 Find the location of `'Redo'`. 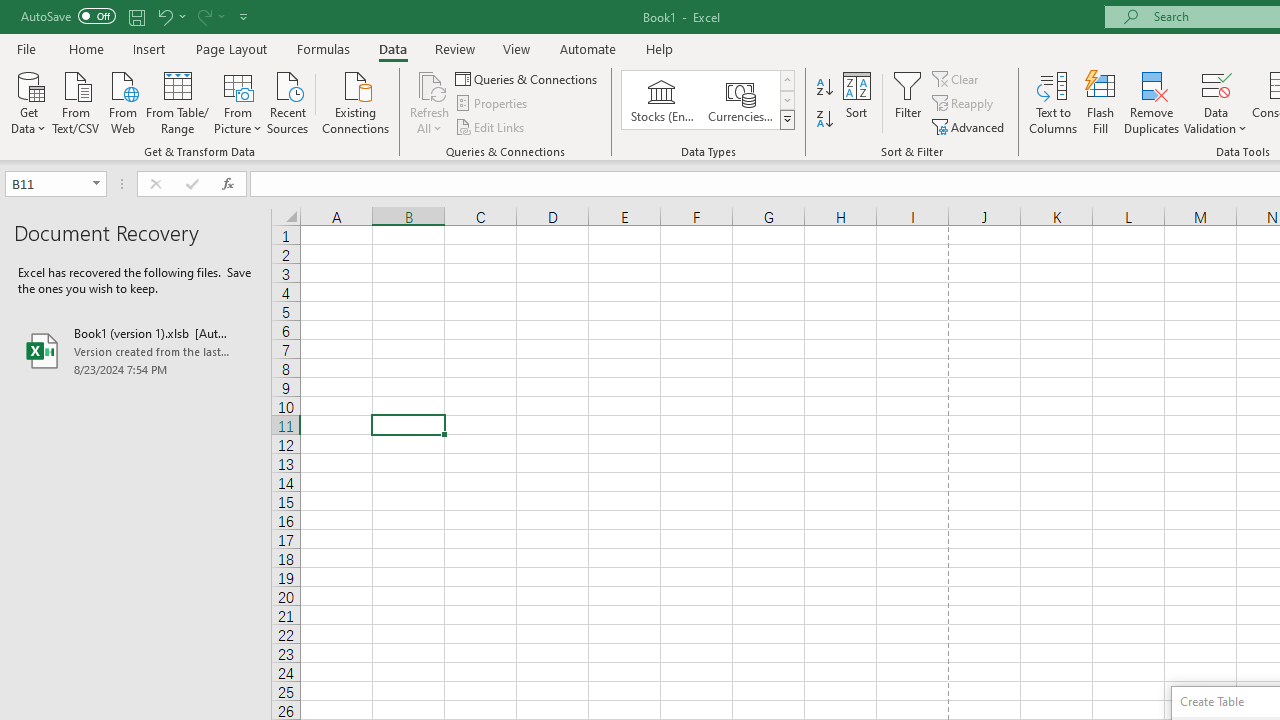

'Redo' is located at coordinates (209, 16).